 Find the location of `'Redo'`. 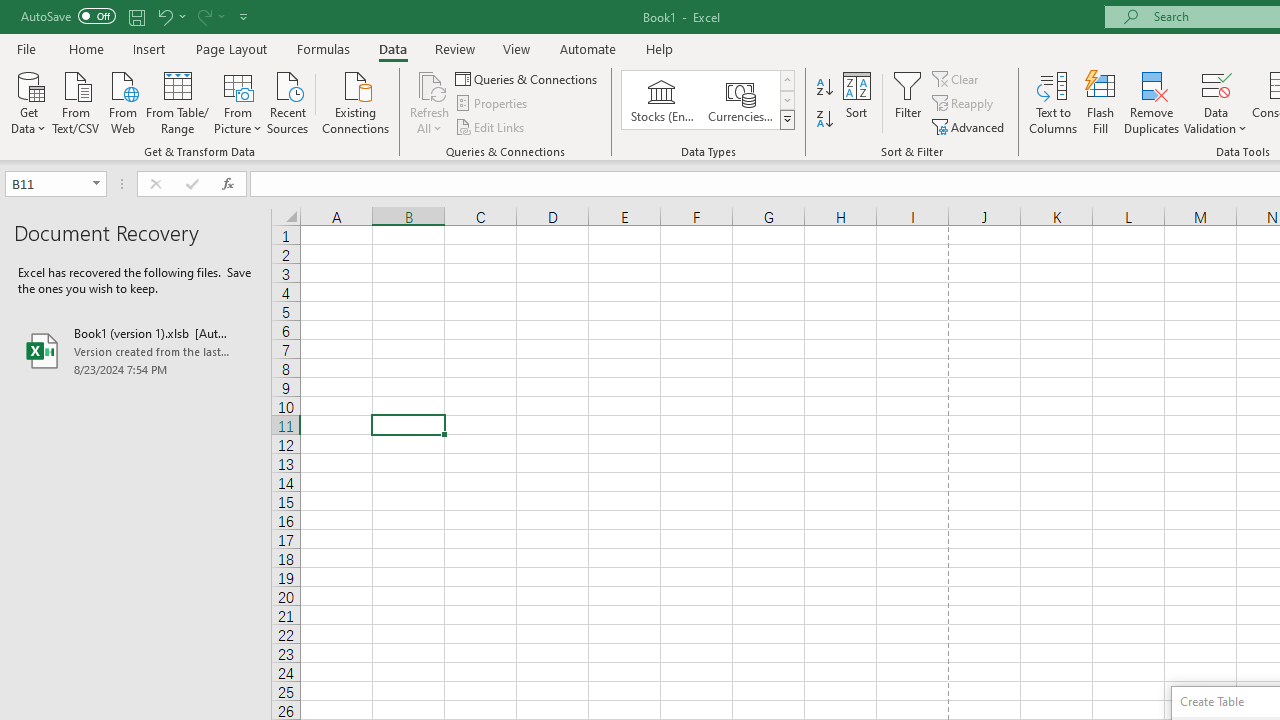

'Redo' is located at coordinates (209, 16).